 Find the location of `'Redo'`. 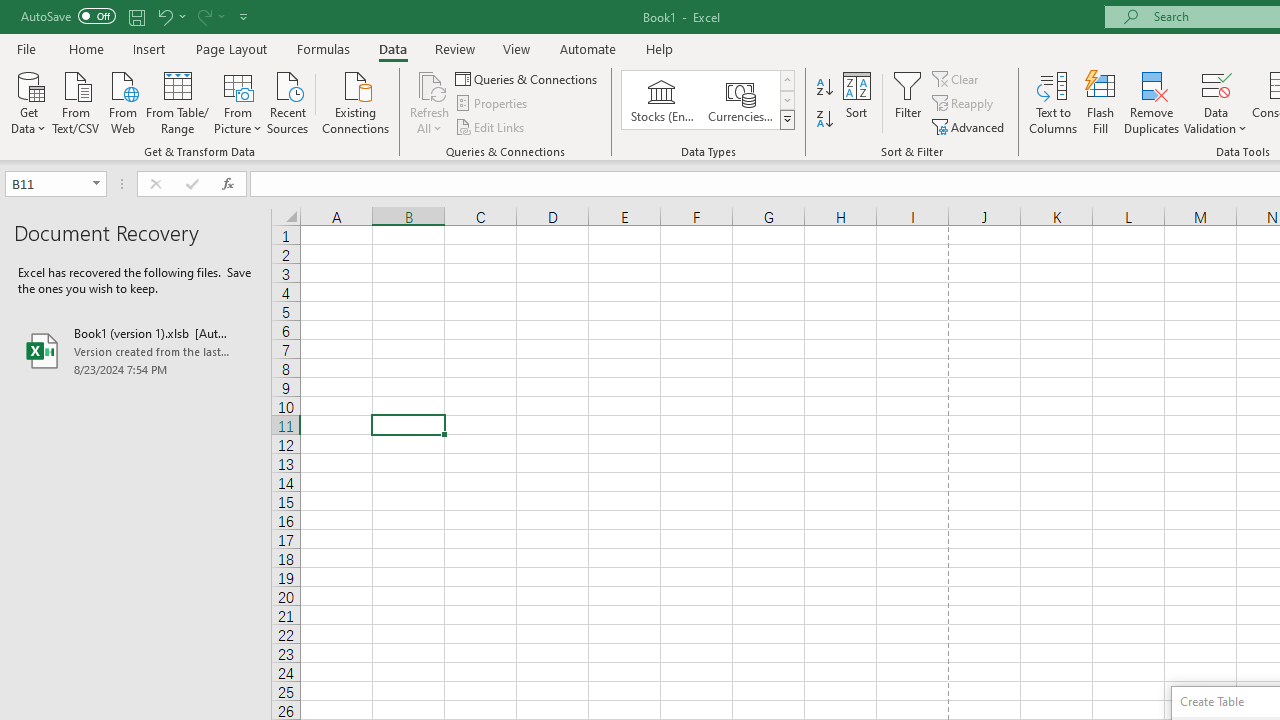

'Redo' is located at coordinates (209, 16).